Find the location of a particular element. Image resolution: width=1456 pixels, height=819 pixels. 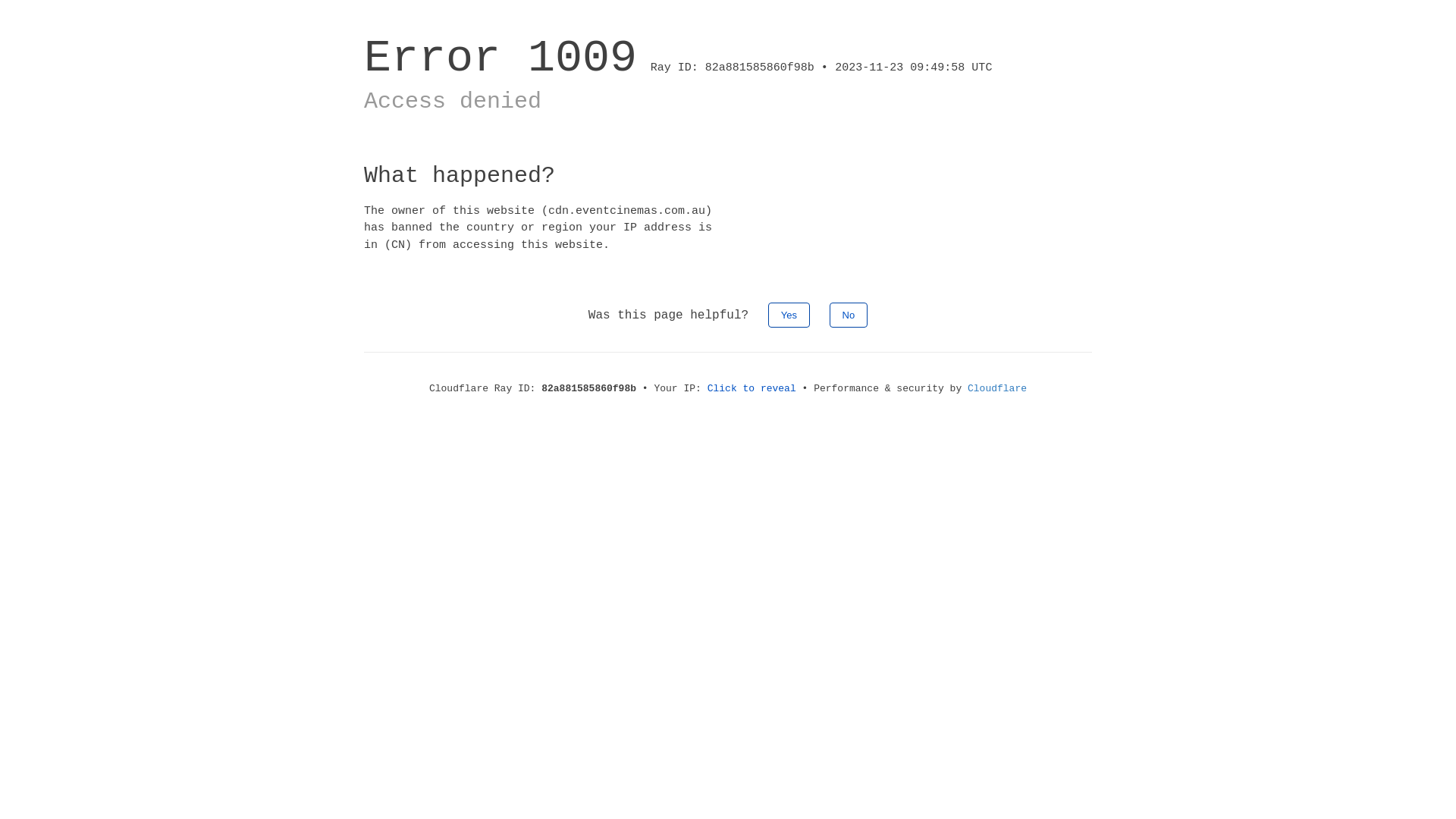

'Click to reveal' is located at coordinates (752, 388).